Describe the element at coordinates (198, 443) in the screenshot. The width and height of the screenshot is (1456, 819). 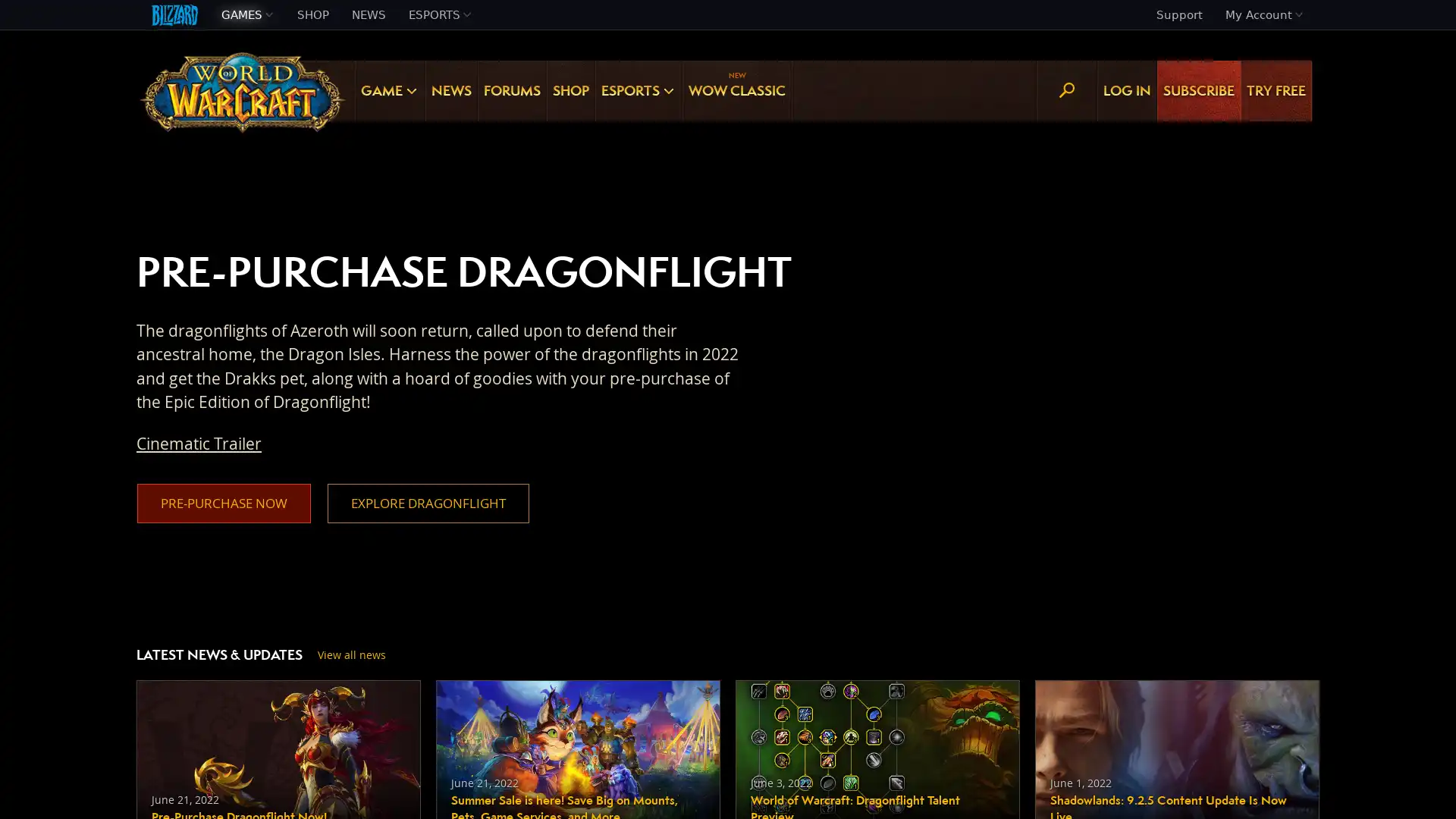
I see `Cinematic Trailer` at that location.